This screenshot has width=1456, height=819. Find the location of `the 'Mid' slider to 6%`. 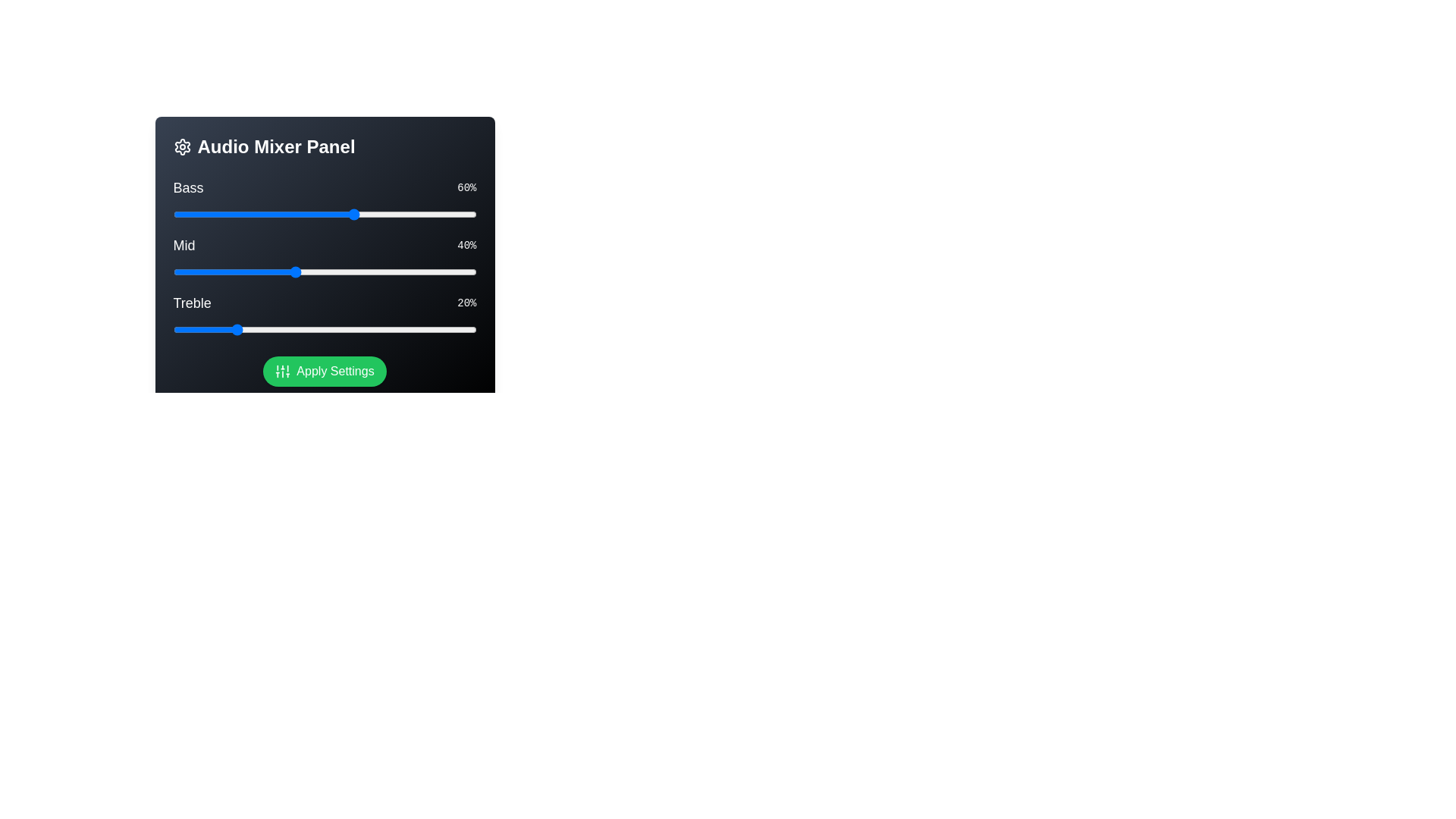

the 'Mid' slider to 6% is located at coordinates (190, 271).